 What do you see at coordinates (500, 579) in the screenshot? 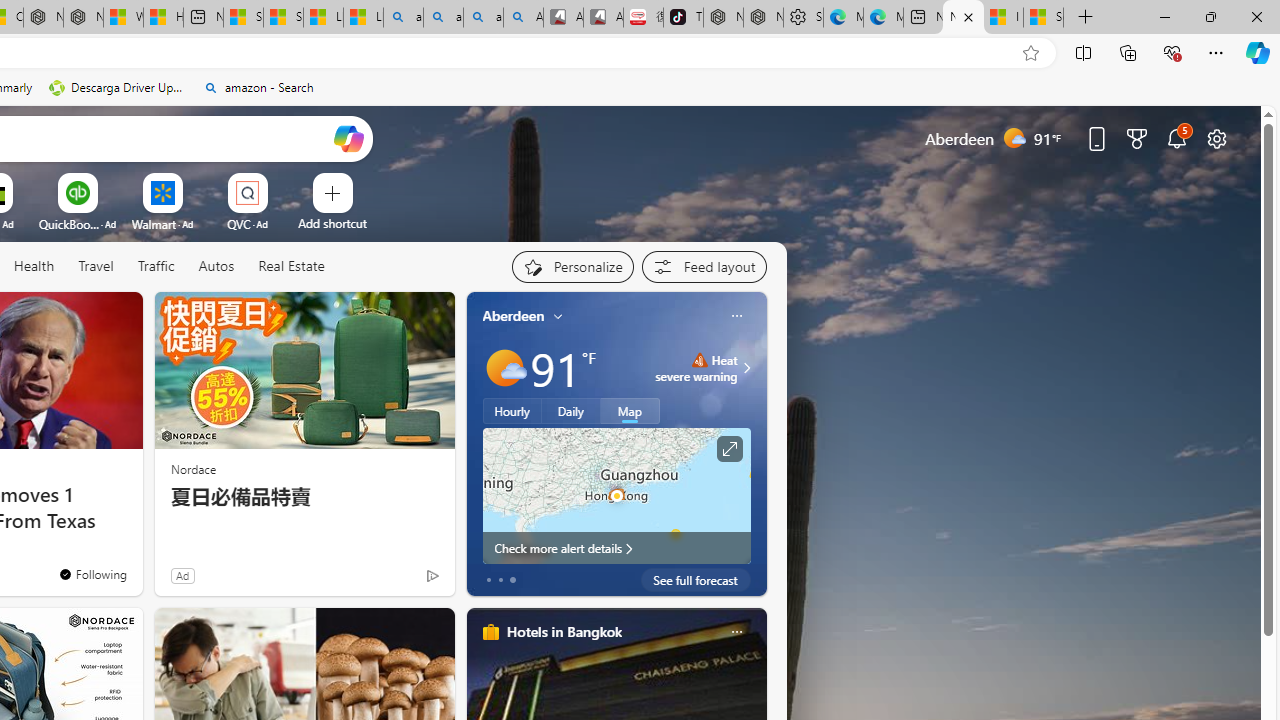
I see `'tab-1'` at bounding box center [500, 579].